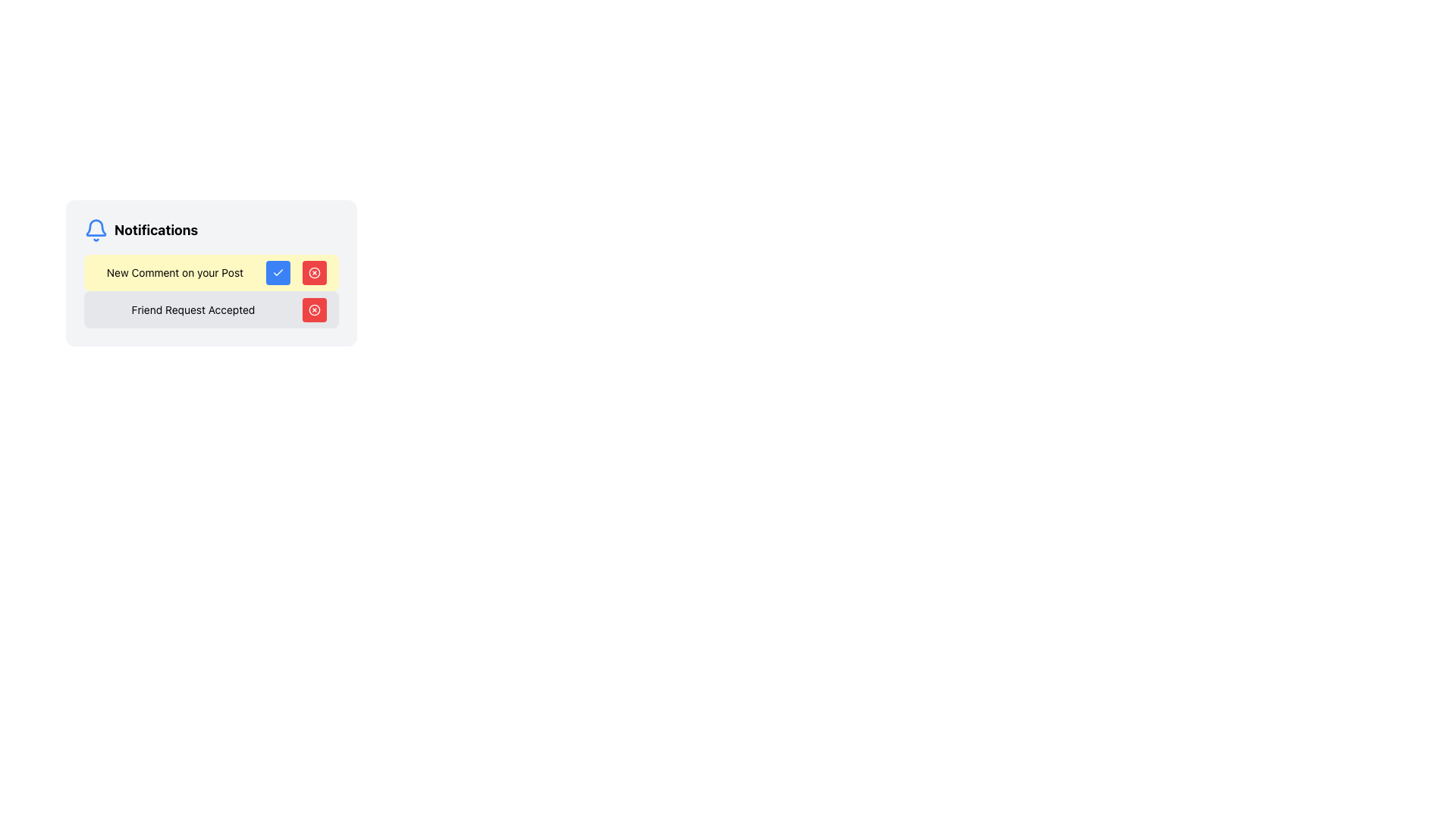 Image resolution: width=1456 pixels, height=819 pixels. Describe the element at coordinates (174, 271) in the screenshot. I see `the text label displaying 'New Comment on your Post' which has a light yellow background and is located at the top of the notification list` at that location.